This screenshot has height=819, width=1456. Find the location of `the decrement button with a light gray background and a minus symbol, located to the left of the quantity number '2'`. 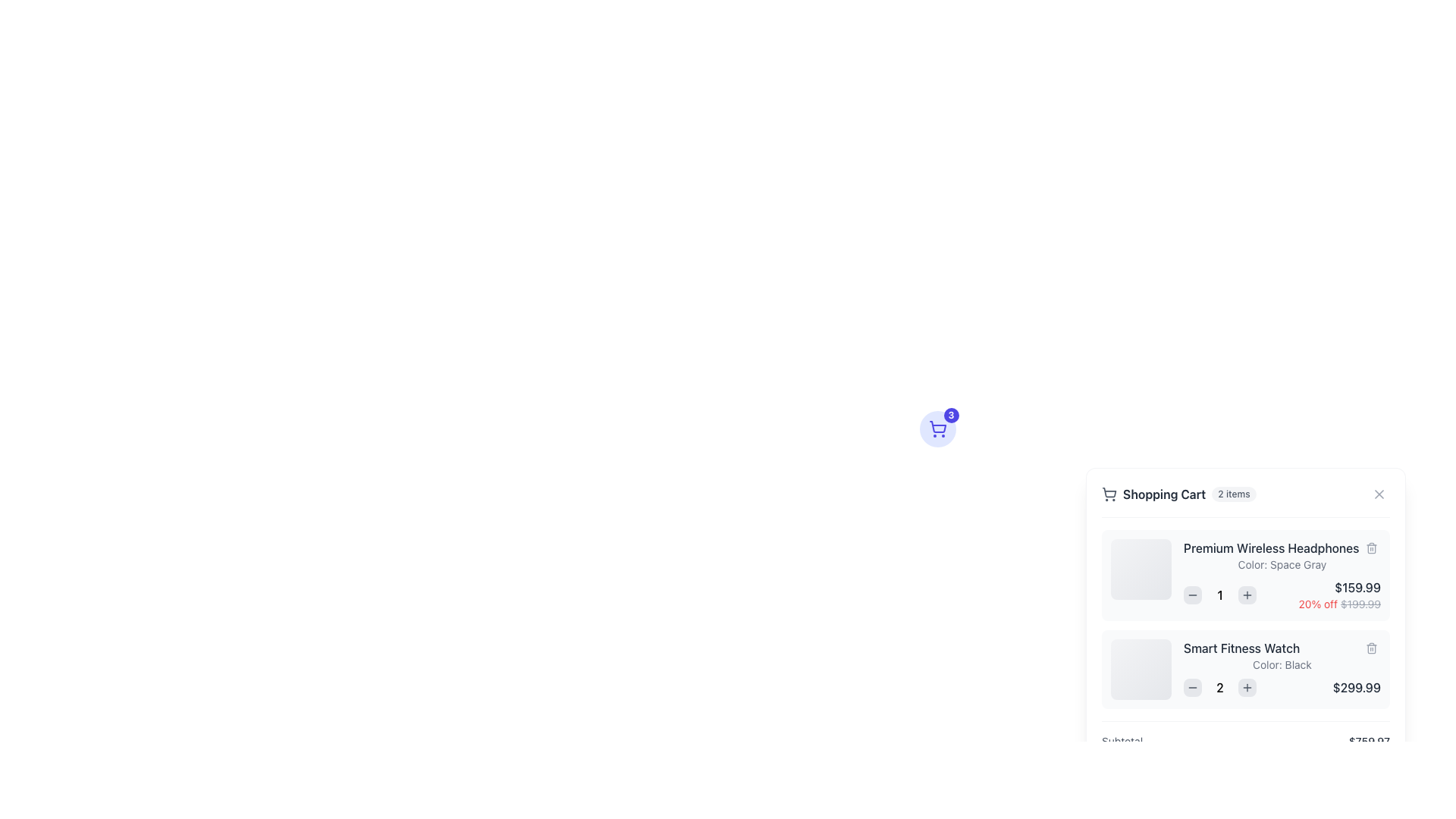

the decrement button with a light gray background and a minus symbol, located to the left of the quantity number '2' is located at coordinates (1192, 687).